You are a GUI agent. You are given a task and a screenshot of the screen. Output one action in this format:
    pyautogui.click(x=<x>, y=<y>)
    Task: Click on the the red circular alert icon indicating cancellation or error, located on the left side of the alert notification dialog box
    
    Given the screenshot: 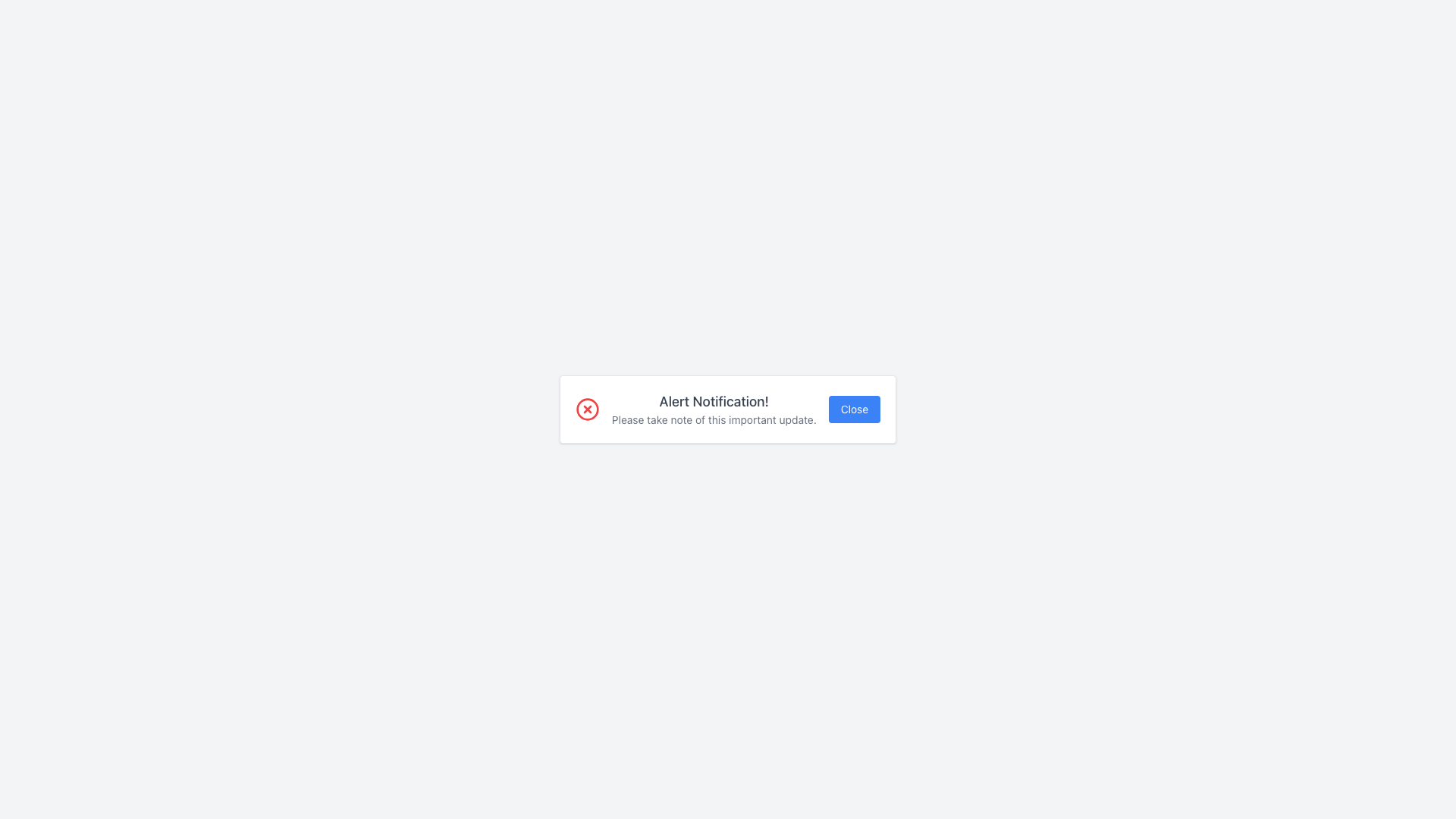 What is the action you would take?
    pyautogui.click(x=586, y=409)
    